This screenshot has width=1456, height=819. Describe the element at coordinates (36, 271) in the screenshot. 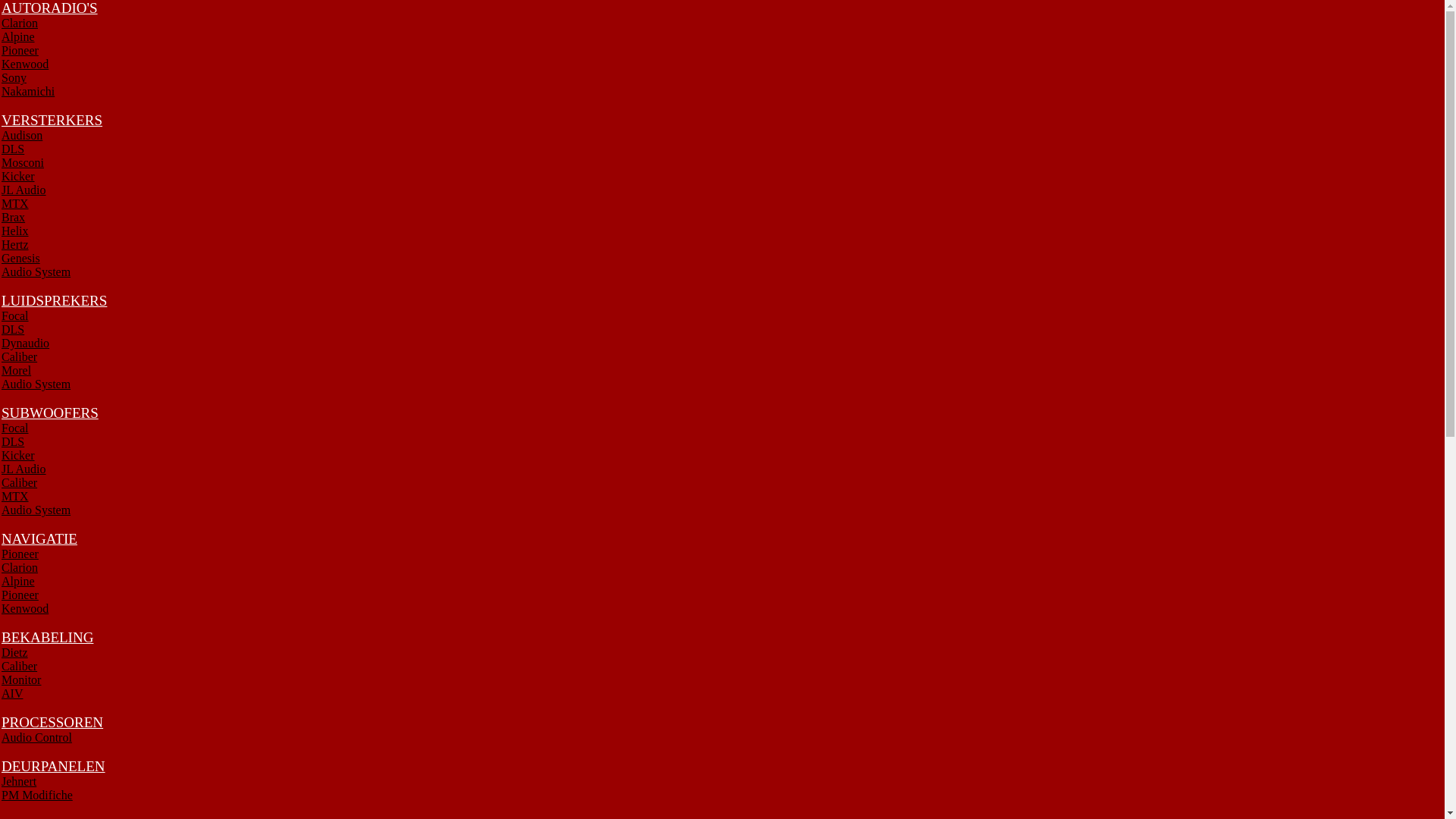

I see `'Audio System'` at that location.